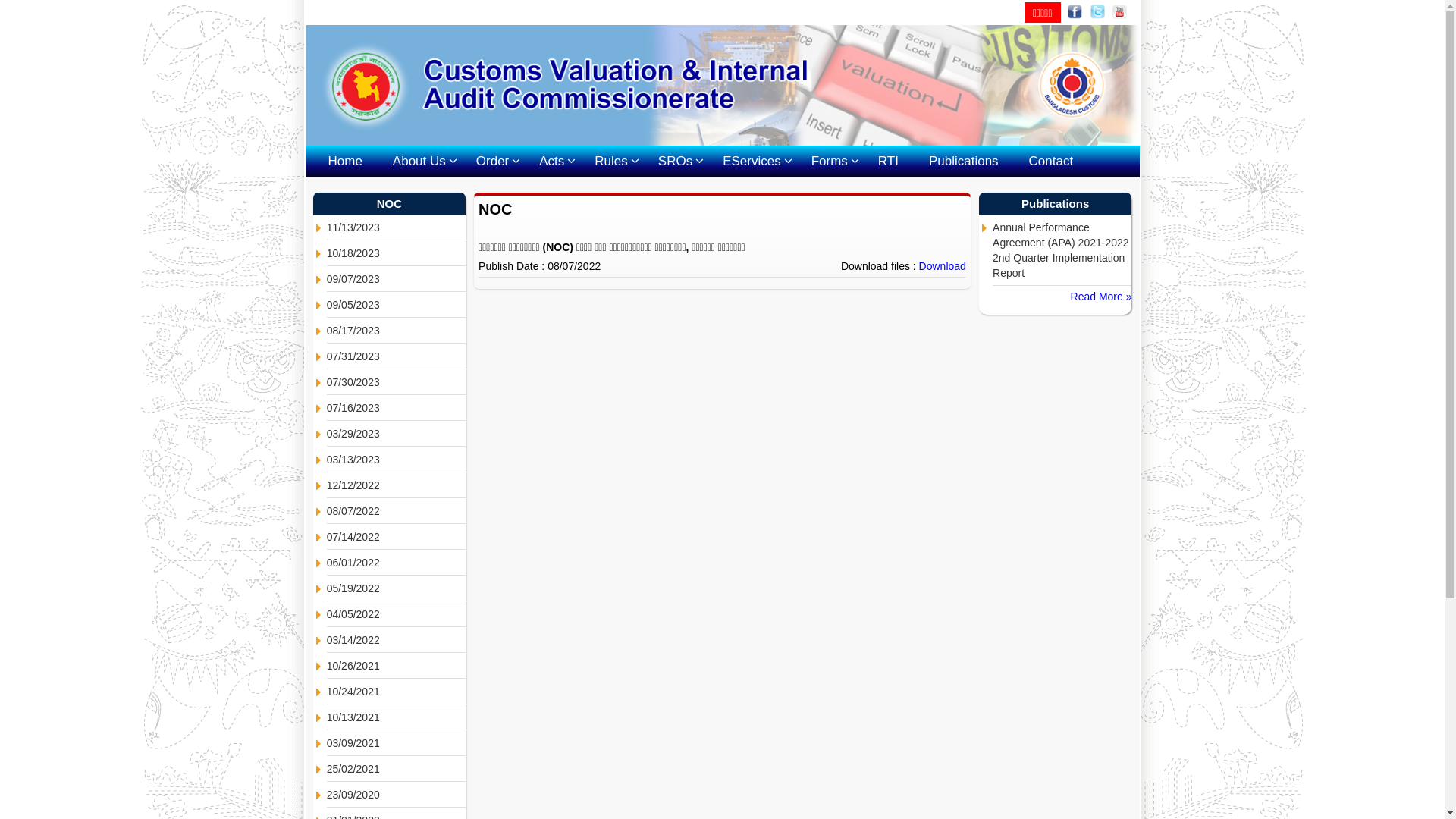  I want to click on 'Contact', so click(1050, 161).